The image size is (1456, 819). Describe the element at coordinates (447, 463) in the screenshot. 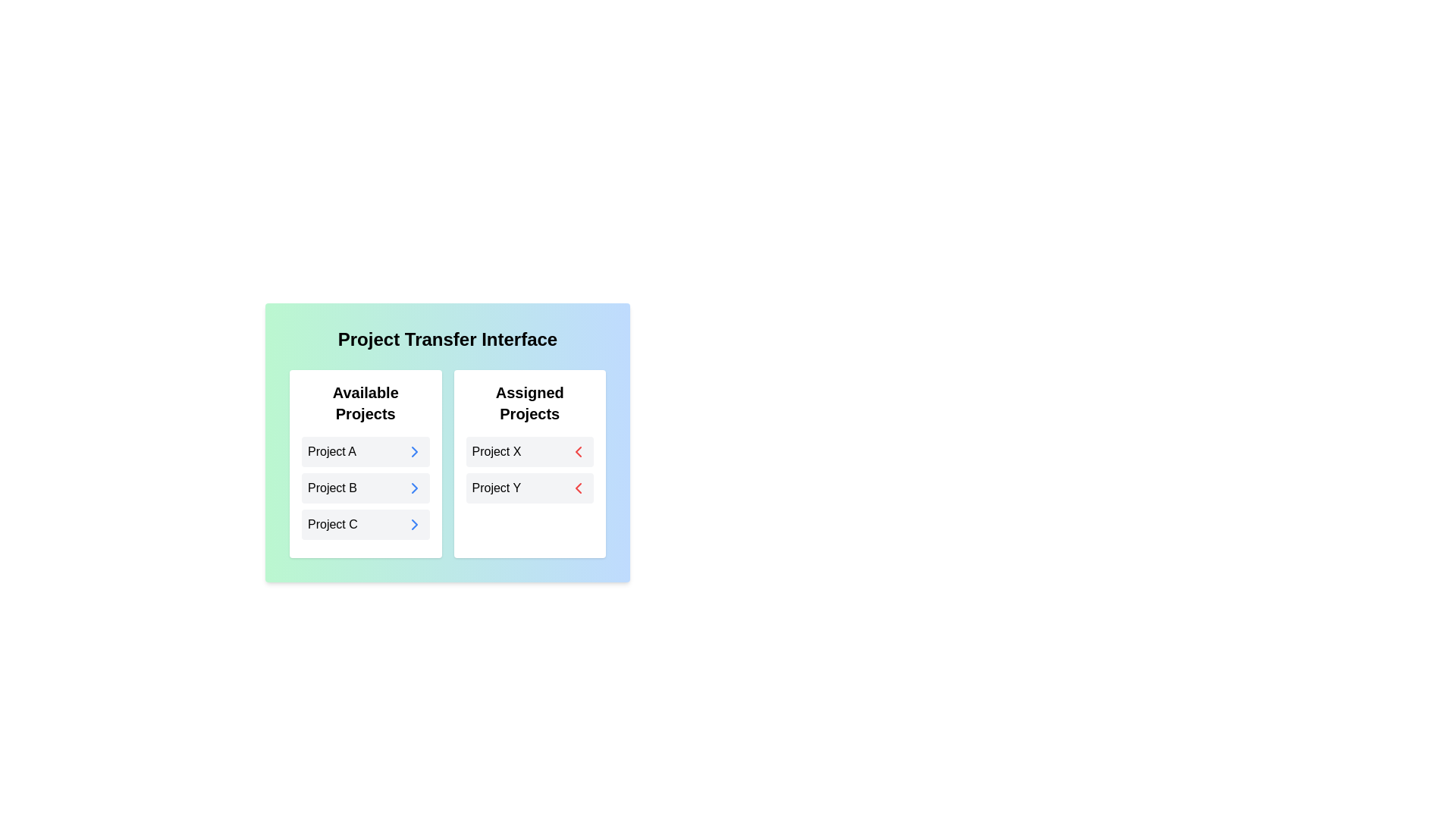

I see `and drop elements between the 'Available Projects' and 'Assigned Projects' lists in the Project Transfer Interface, utilizing the composite UI component located at the center coordinates` at that location.